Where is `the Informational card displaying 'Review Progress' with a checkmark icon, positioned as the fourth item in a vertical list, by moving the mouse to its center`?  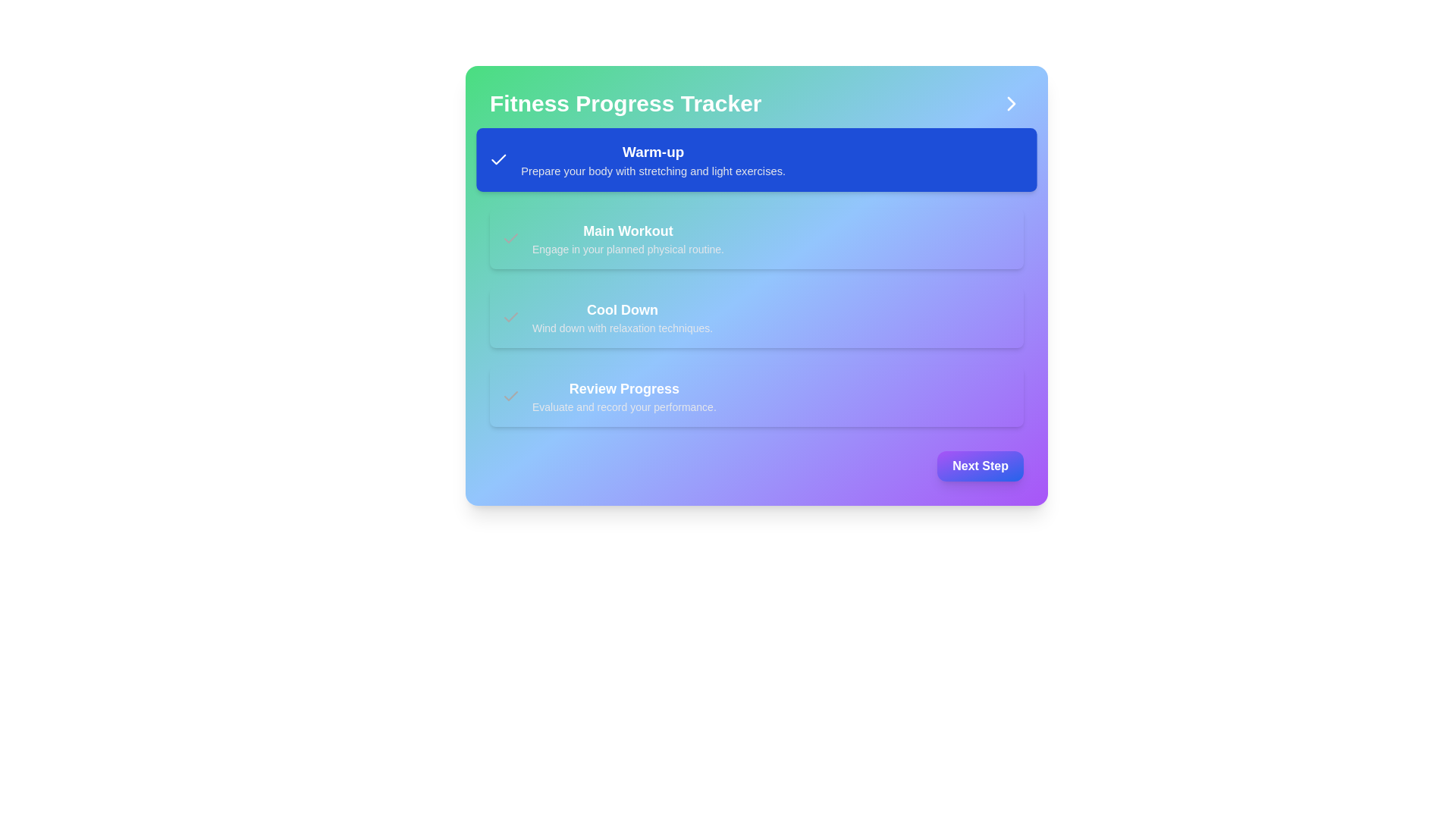
the Informational card displaying 'Review Progress' with a checkmark icon, positioned as the fourth item in a vertical list, by moving the mouse to its center is located at coordinates (757, 396).